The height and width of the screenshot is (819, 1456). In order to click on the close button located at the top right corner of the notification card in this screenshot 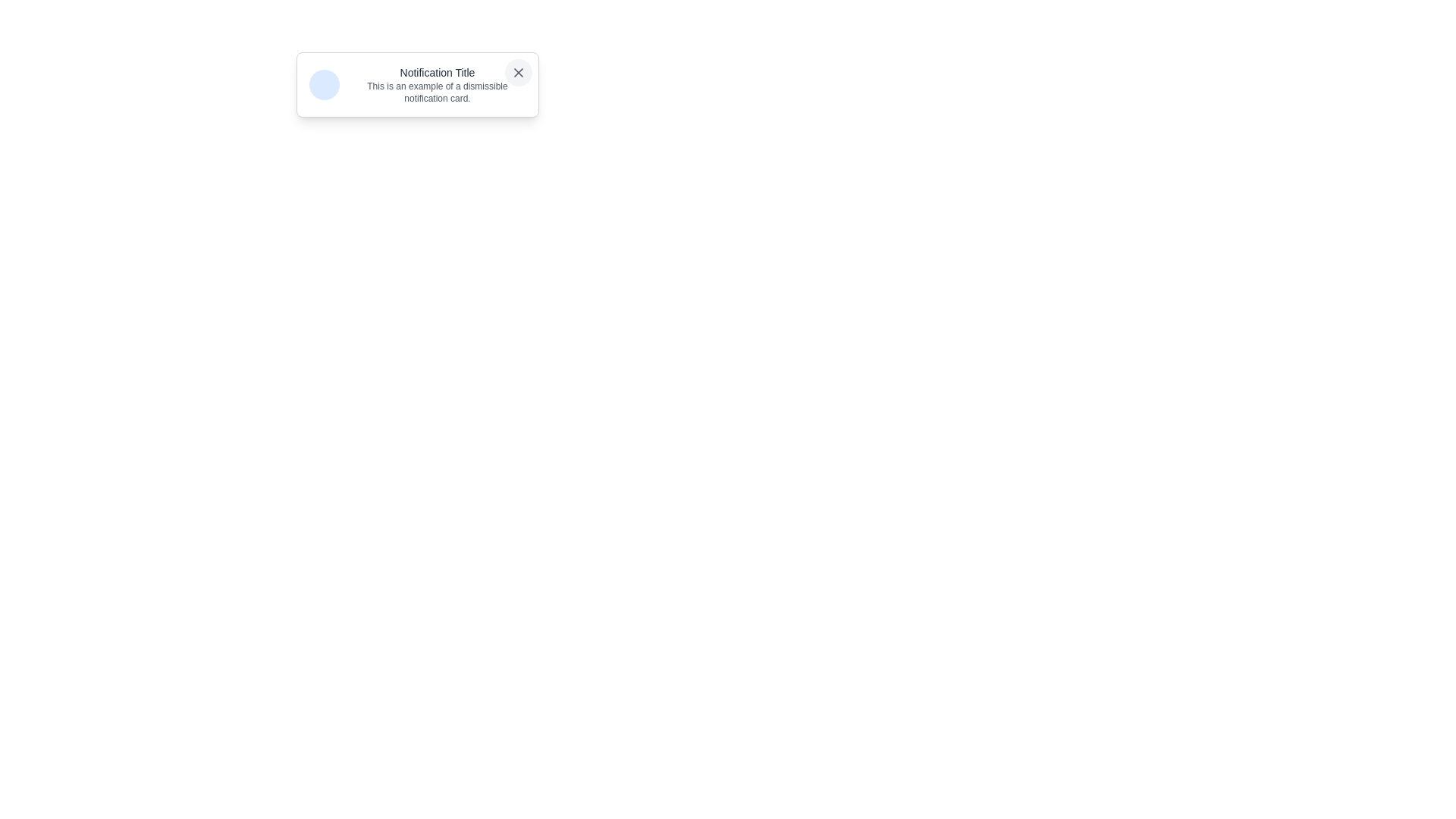, I will do `click(519, 73)`.